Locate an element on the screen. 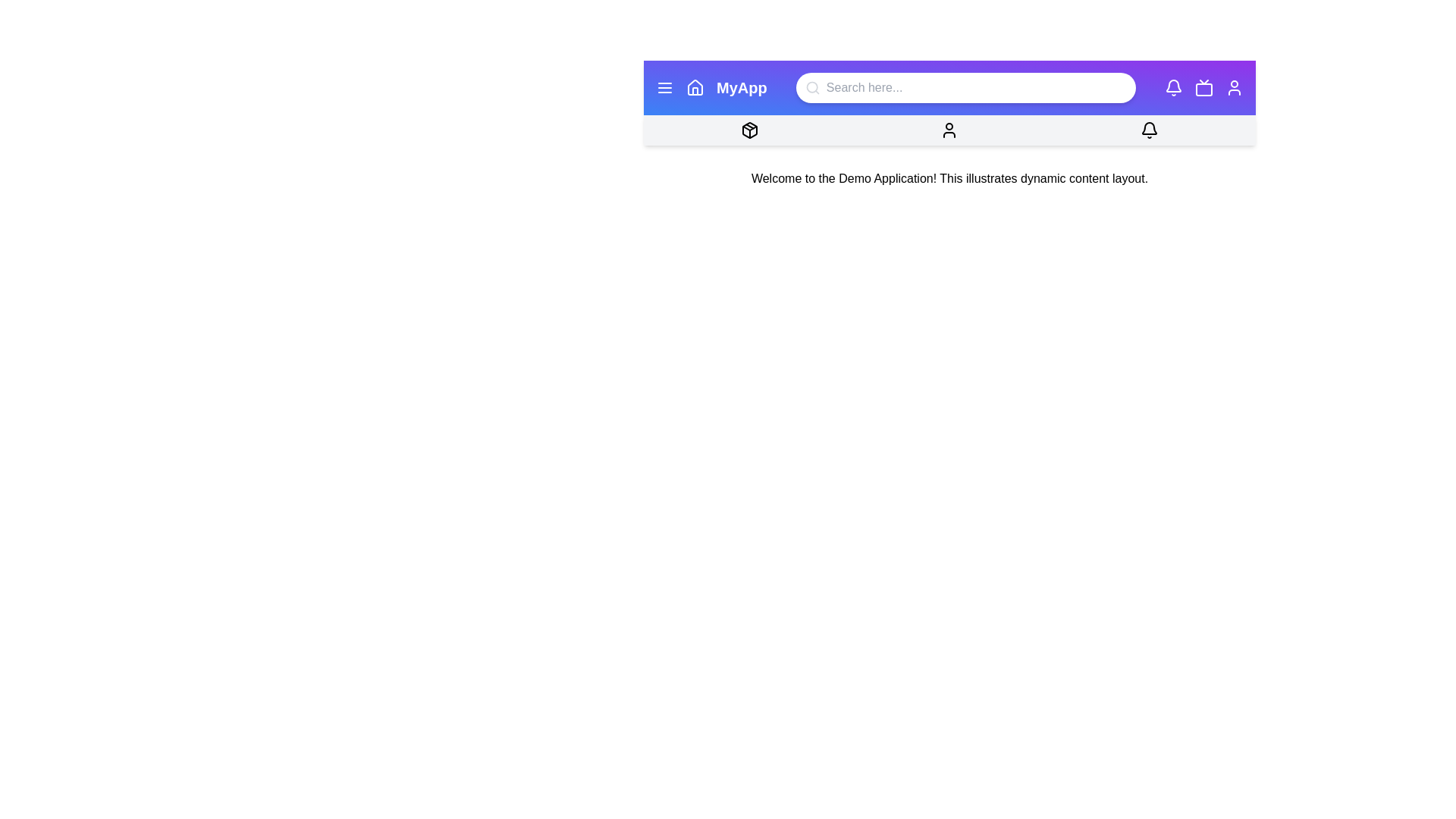 The width and height of the screenshot is (1456, 819). the home button to navigate to the home section is located at coordinates (694, 87).